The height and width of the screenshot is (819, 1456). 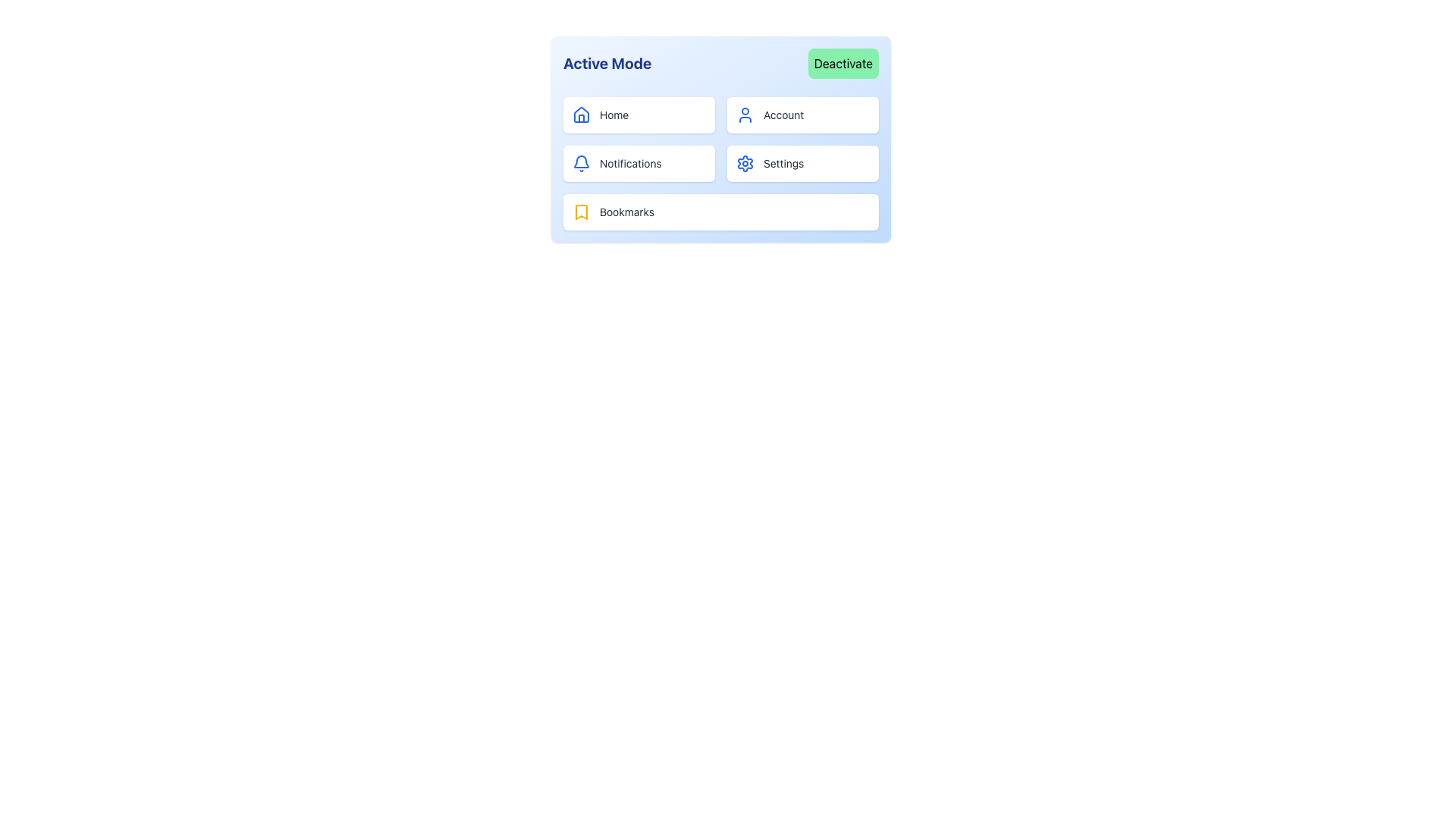 I want to click on the blue house-like icon in the top row of the menu interface, so click(x=581, y=113).